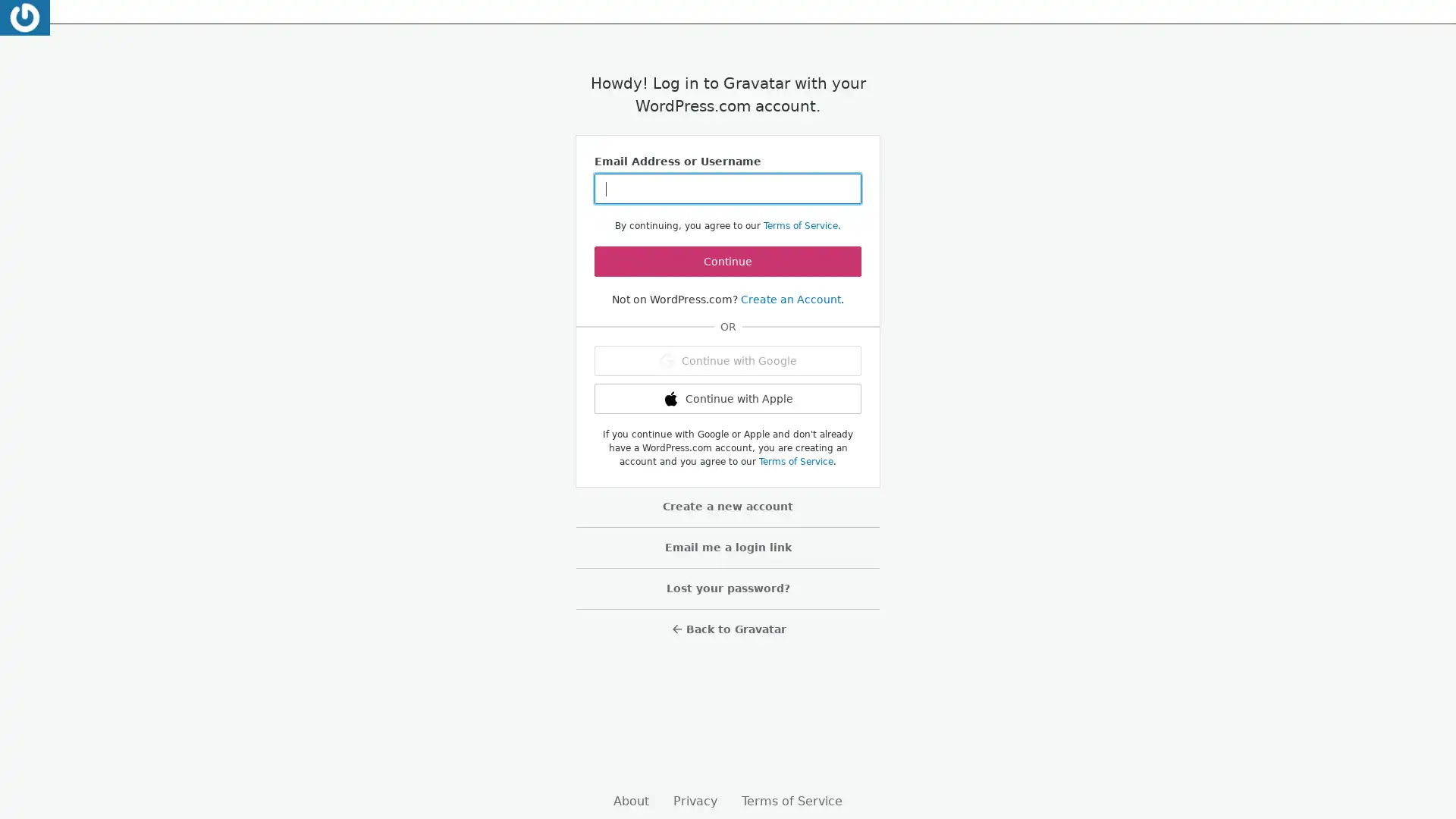 The width and height of the screenshot is (1456, 819). I want to click on Continue with Apple, so click(728, 397).